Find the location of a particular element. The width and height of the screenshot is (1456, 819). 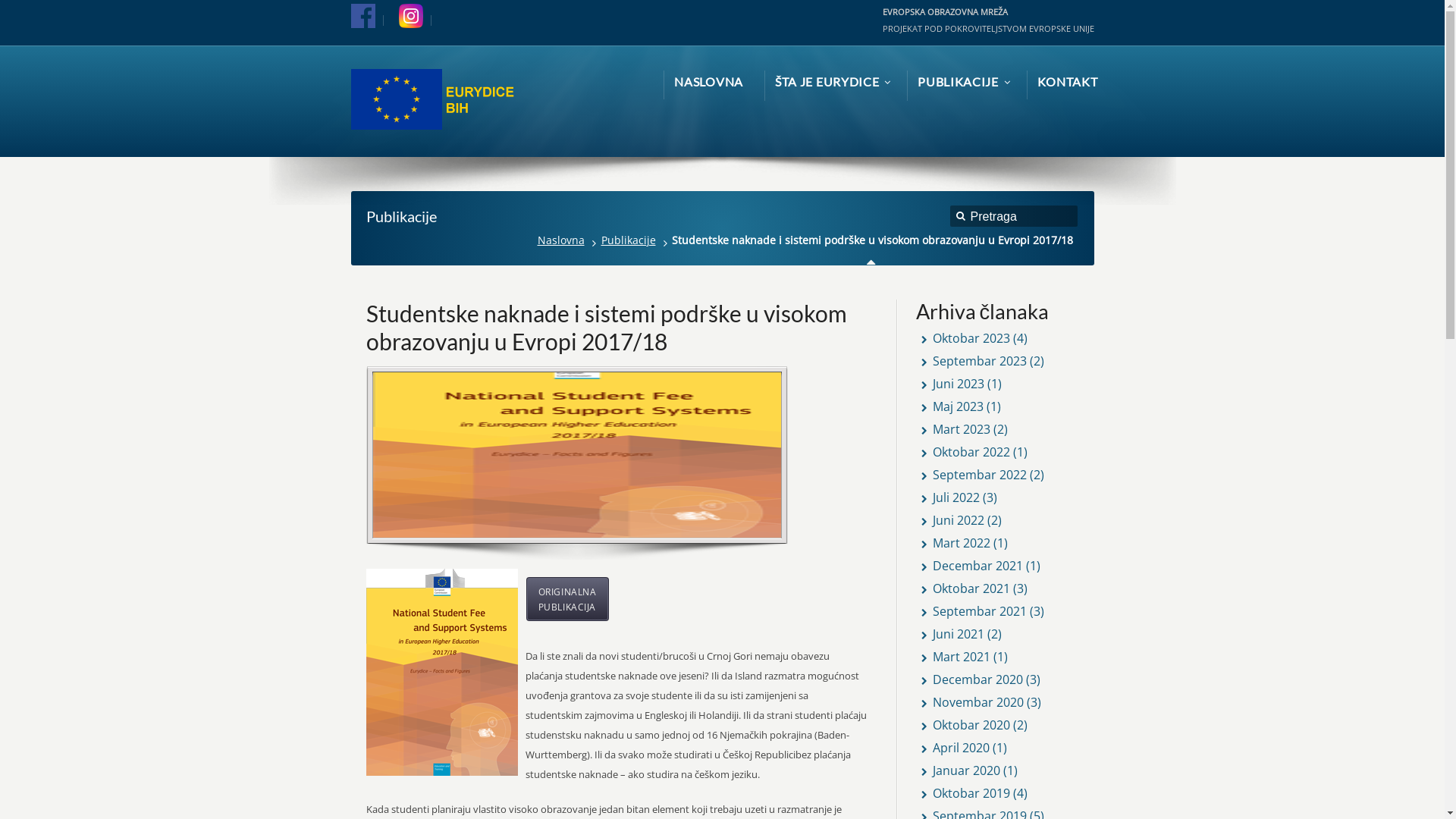

'Decembar 2020' is located at coordinates (931, 678).